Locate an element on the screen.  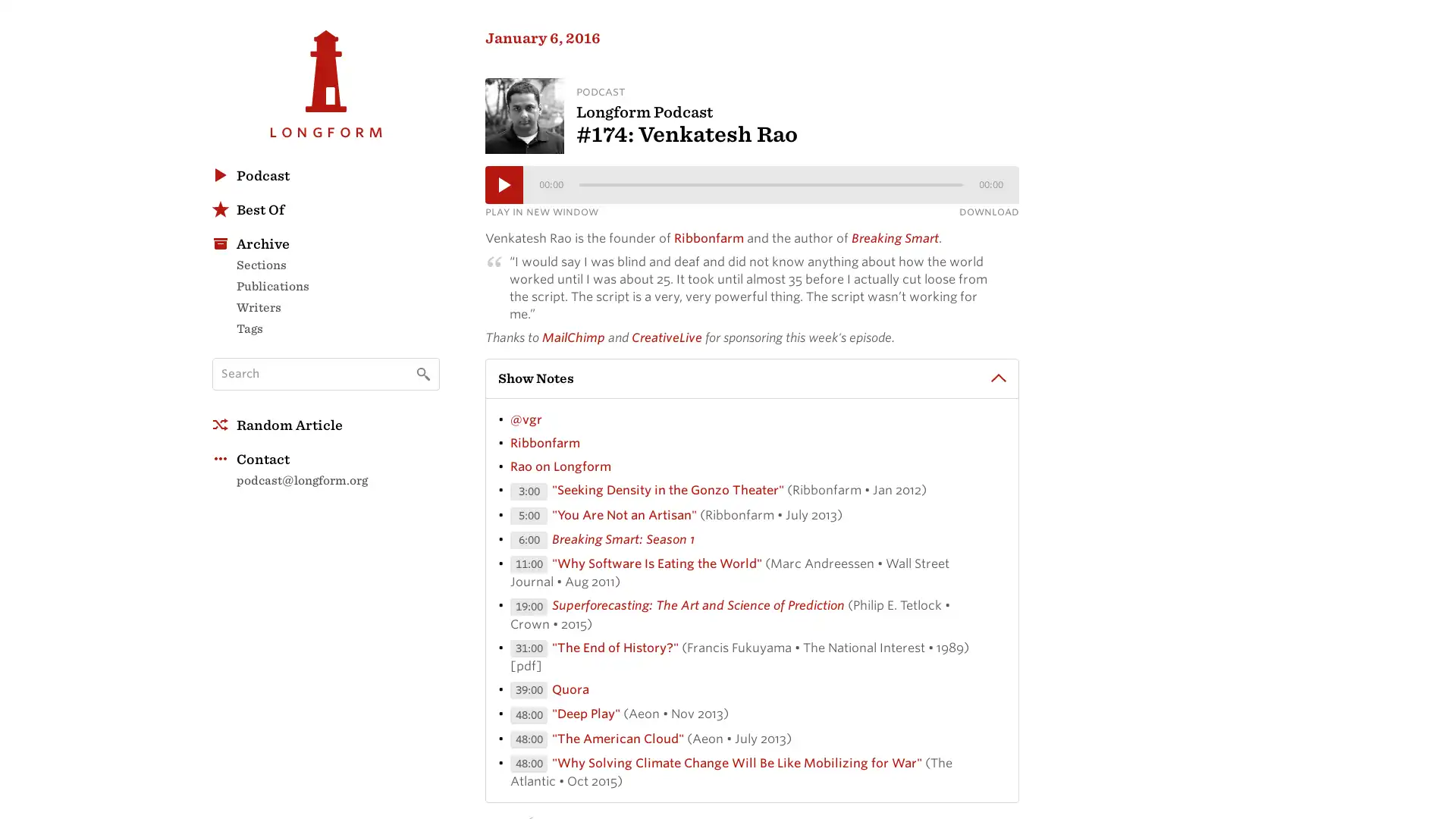
3:00 is located at coordinates (529, 494).